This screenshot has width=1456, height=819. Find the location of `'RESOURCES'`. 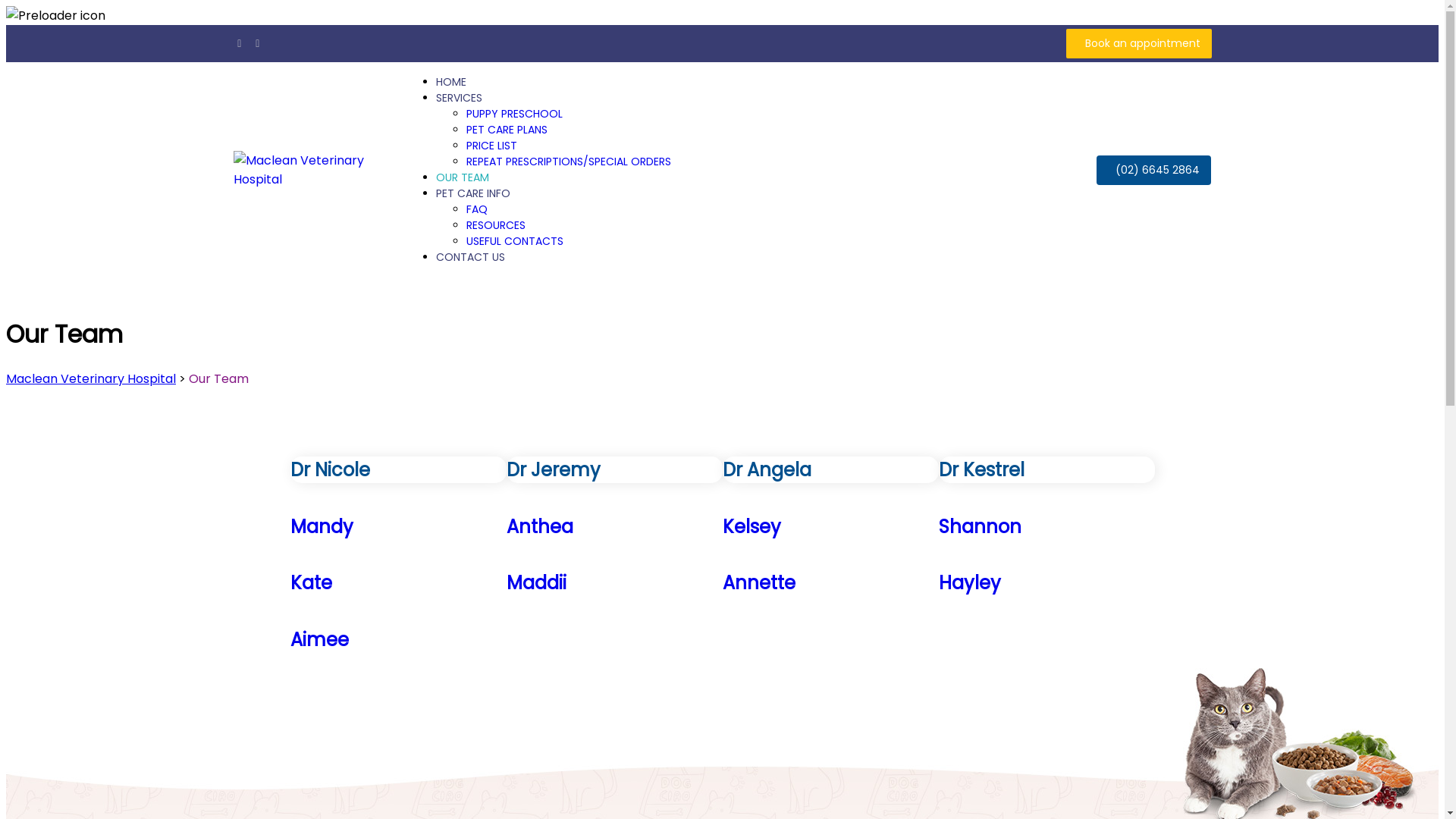

'RESOURCES' is located at coordinates (495, 225).